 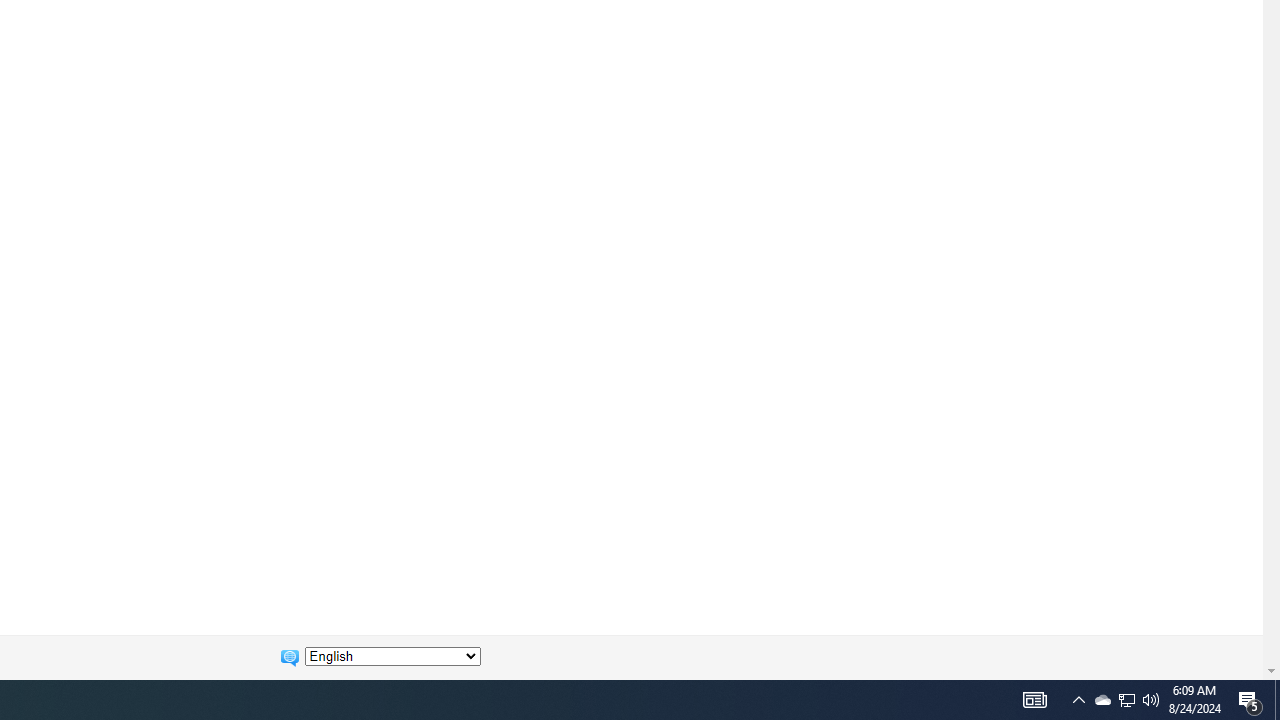 I want to click on 'Change language:', so click(x=392, y=656).